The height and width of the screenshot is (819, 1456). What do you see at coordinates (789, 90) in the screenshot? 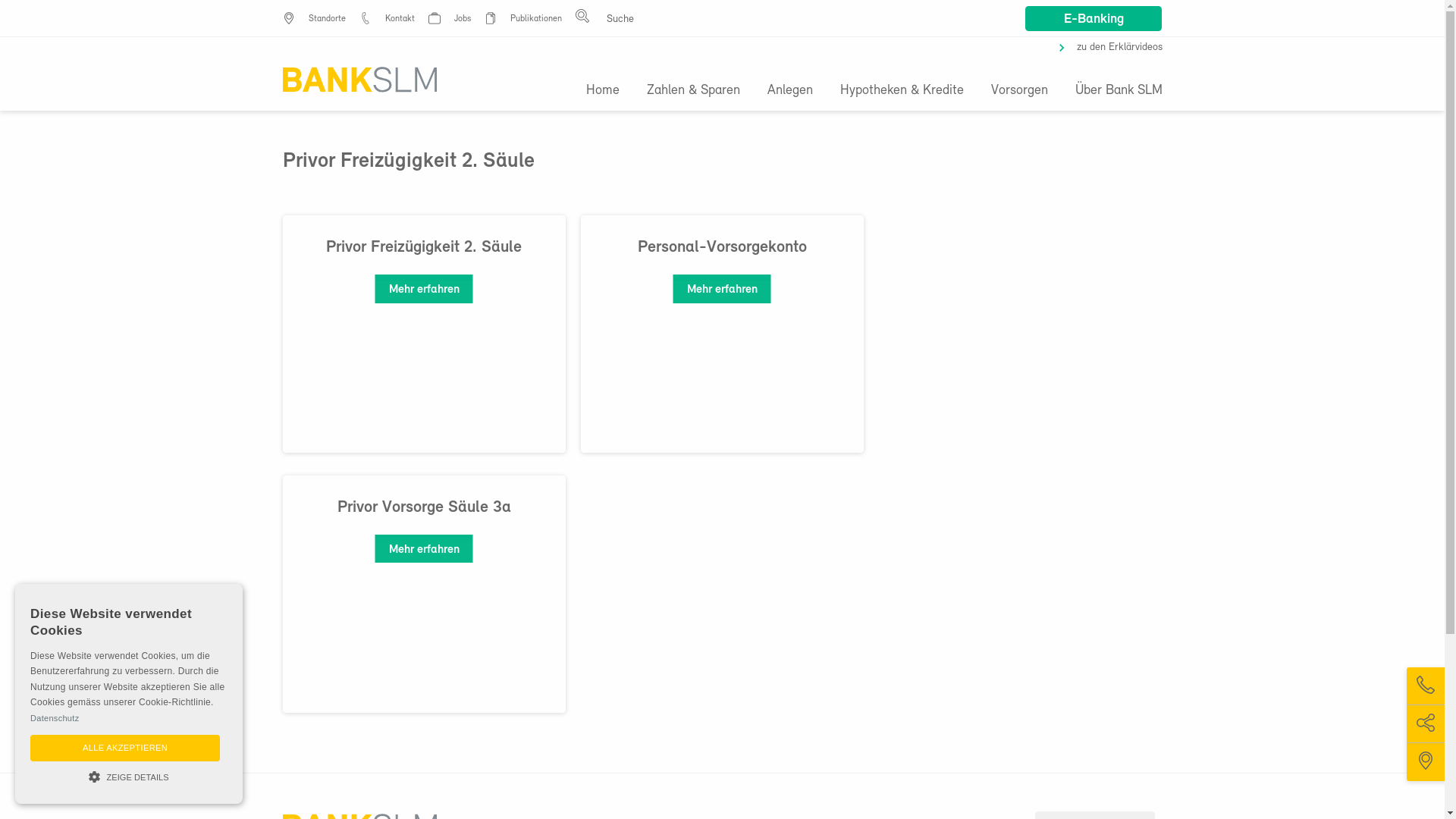
I see `'Anlegen'` at bounding box center [789, 90].